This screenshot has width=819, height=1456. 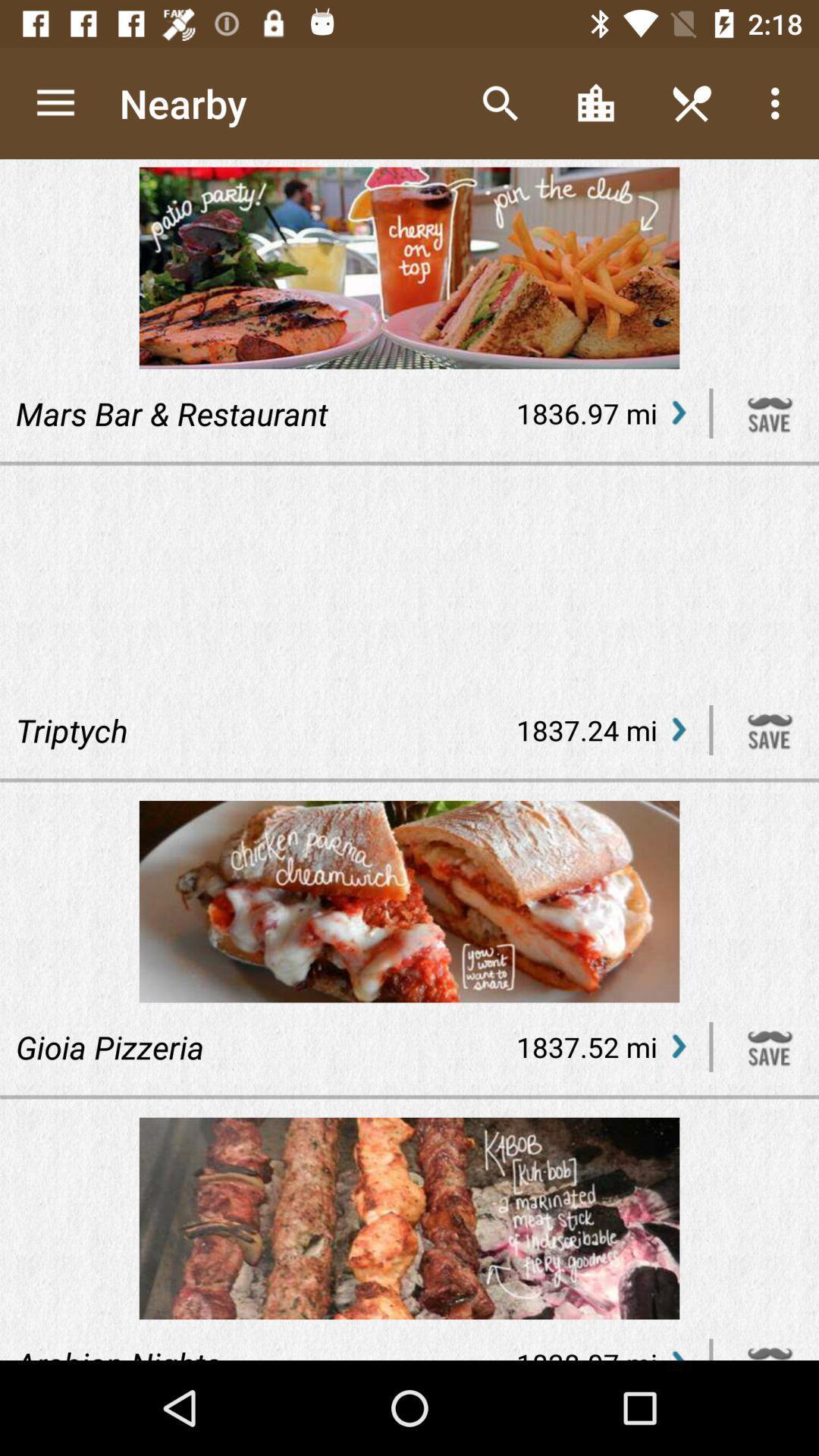 What do you see at coordinates (770, 1046) in the screenshot?
I see `this for later` at bounding box center [770, 1046].